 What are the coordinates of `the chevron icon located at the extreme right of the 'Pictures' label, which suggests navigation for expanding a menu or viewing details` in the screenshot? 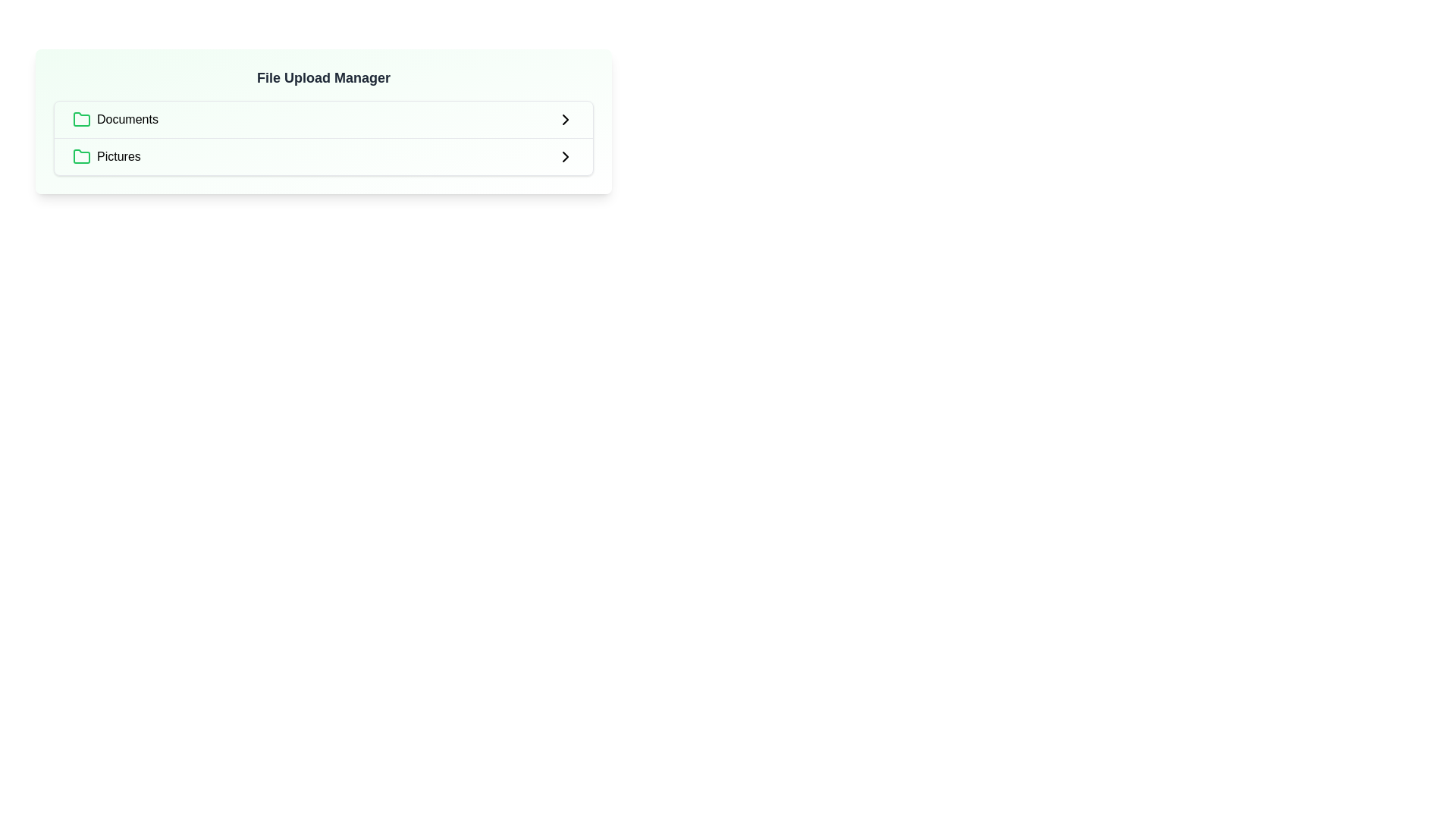 It's located at (564, 157).